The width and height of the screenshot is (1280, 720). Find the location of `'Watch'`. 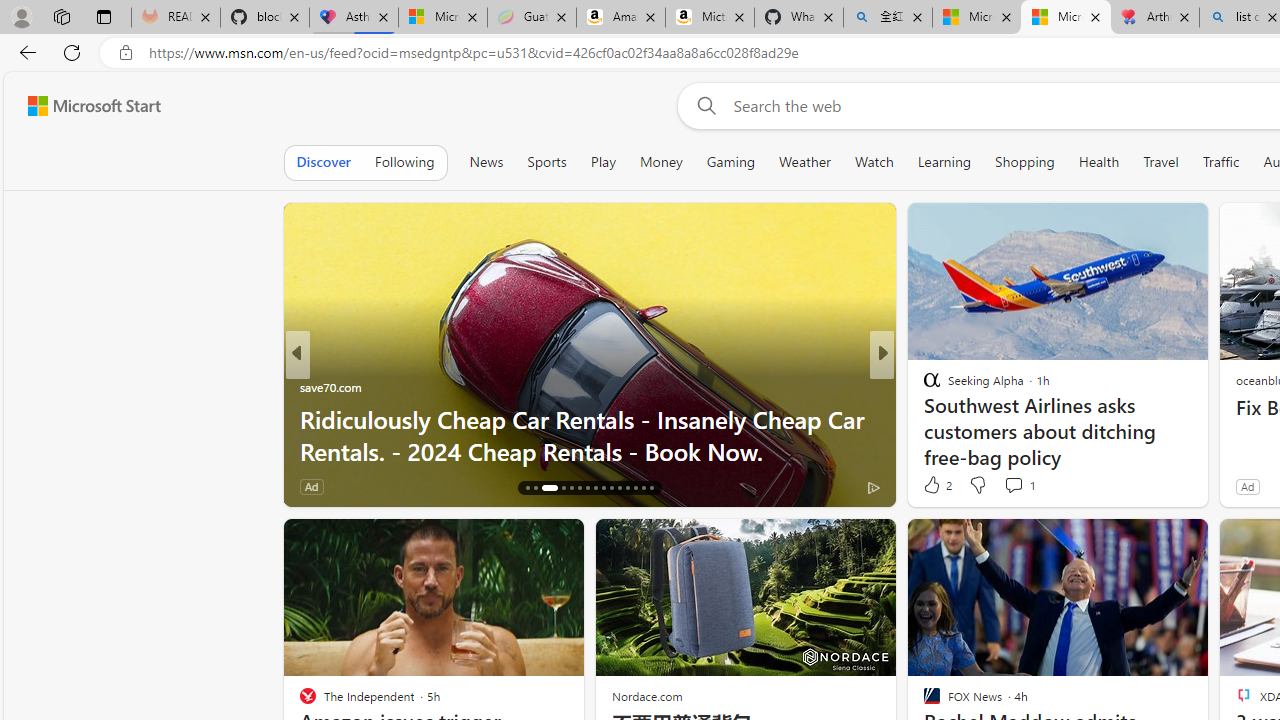

'Watch' is located at coordinates (874, 161).